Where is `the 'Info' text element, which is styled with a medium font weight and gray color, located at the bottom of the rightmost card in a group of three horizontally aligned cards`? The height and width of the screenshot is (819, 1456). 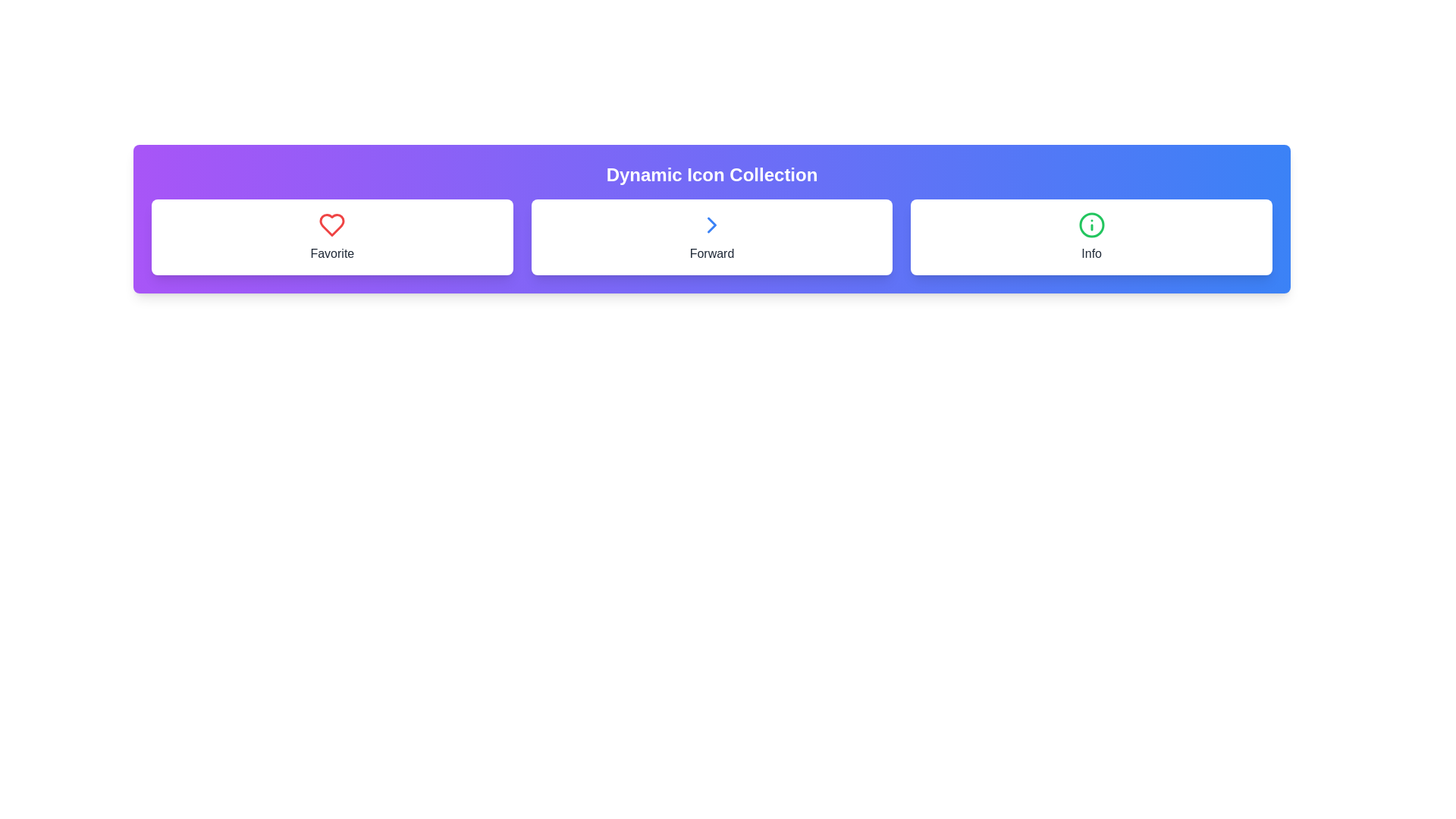
the 'Info' text element, which is styled with a medium font weight and gray color, located at the bottom of the rightmost card in a group of three horizontally aligned cards is located at coordinates (1090, 253).